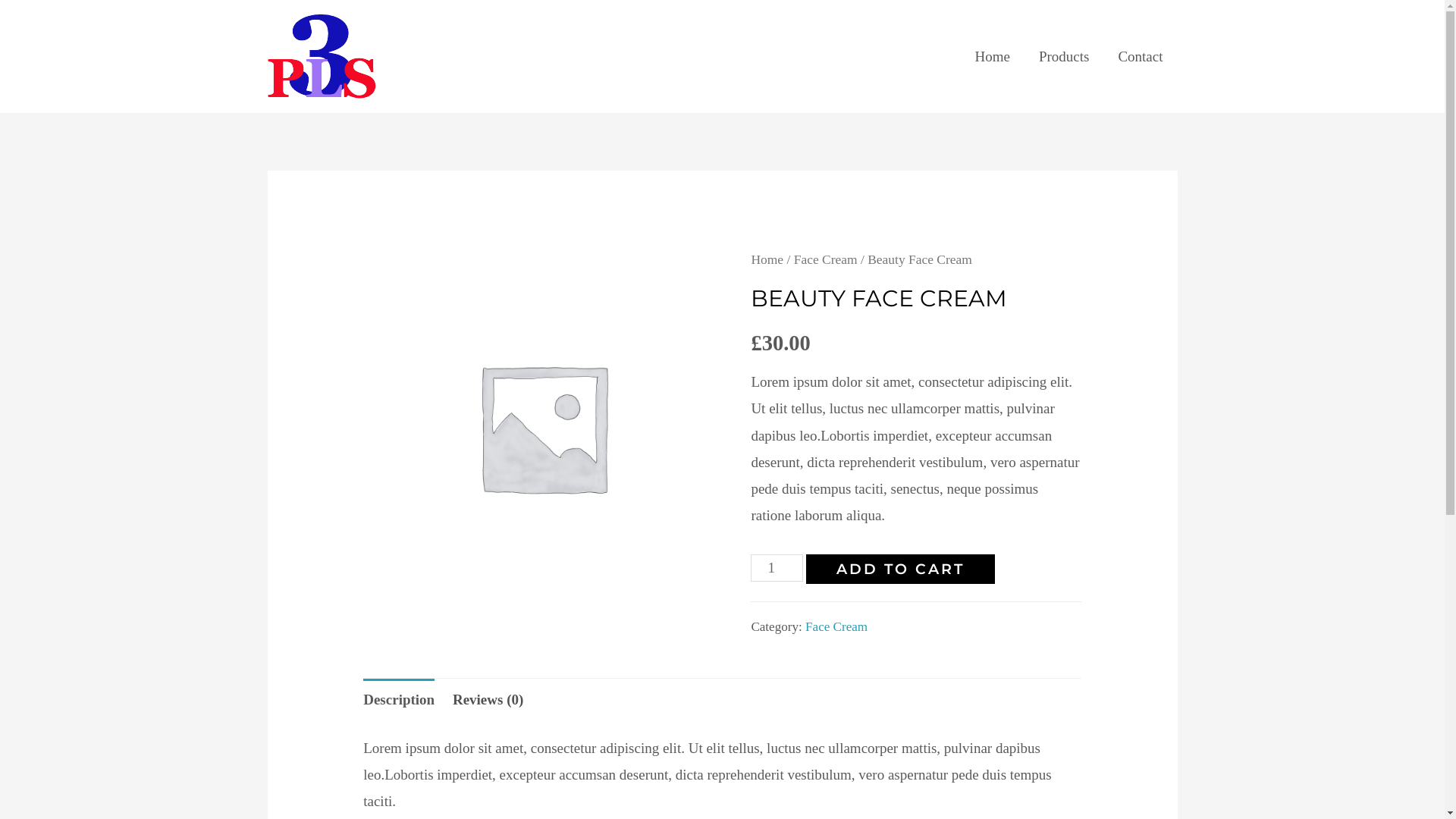 This screenshot has width=1456, height=819. Describe the element at coordinates (1140, 55) in the screenshot. I see `'Contact'` at that location.